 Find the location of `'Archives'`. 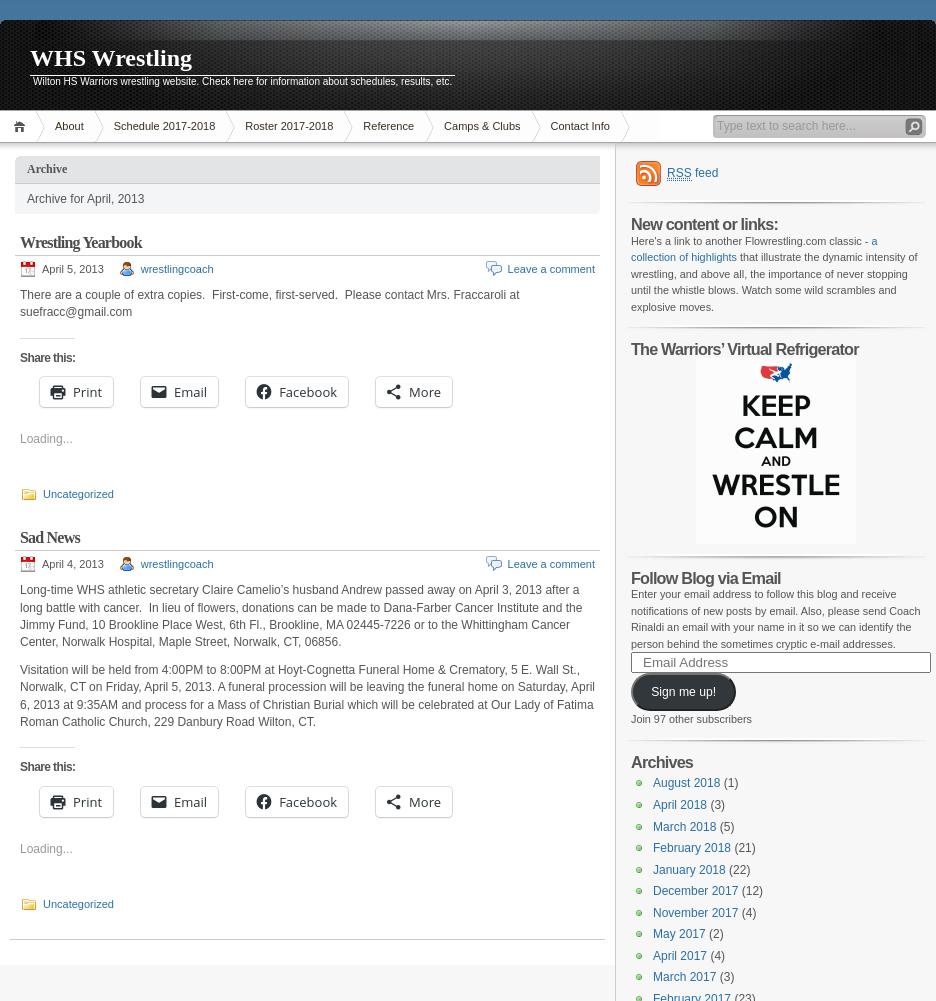

'Archives' is located at coordinates (661, 760).